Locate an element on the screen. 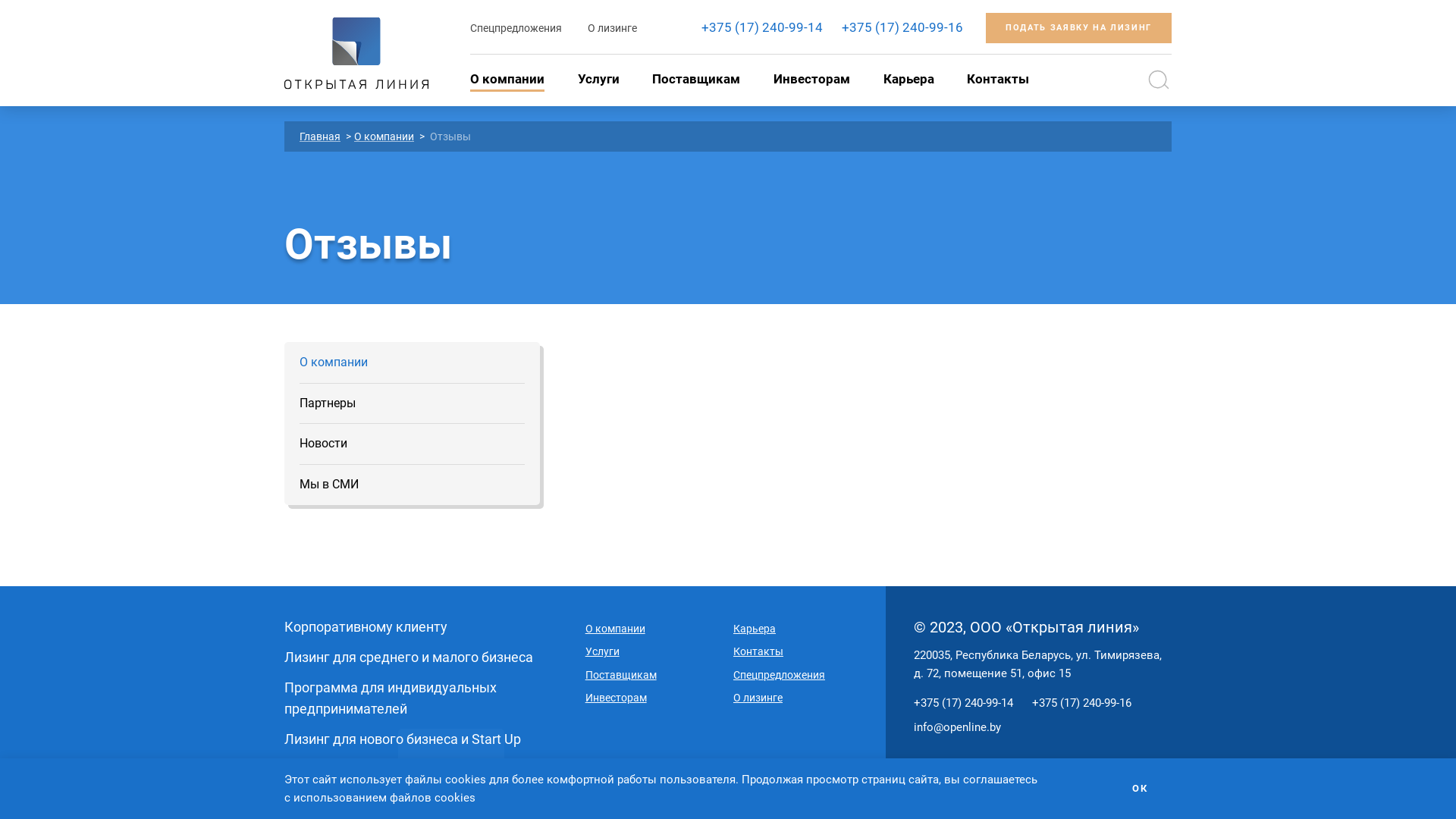 The image size is (1456, 819). '+375 (17) 240-99-14' is located at coordinates (761, 27).